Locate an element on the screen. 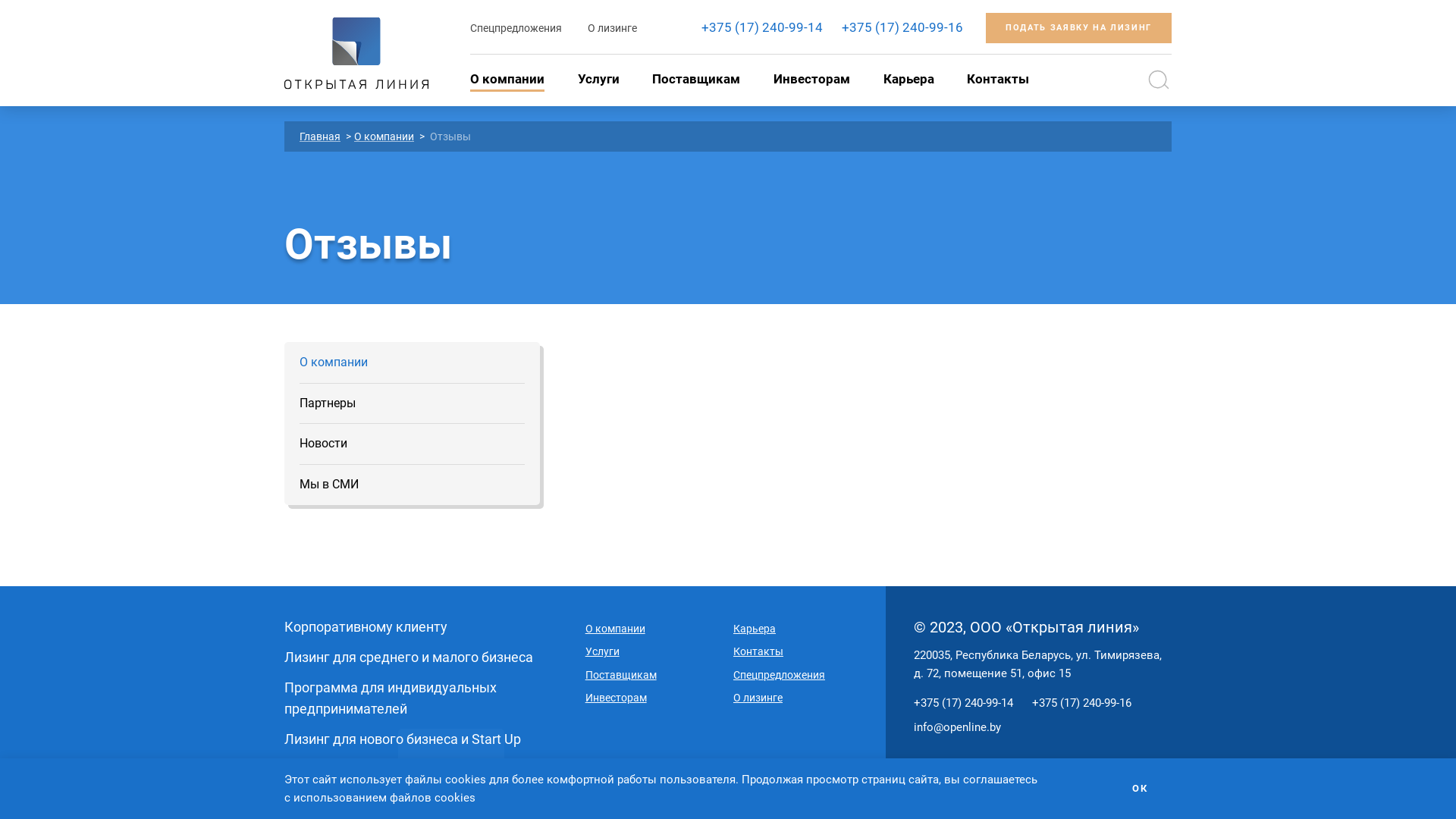 The image size is (1456, 819). '+375 (17) 240-99-14' is located at coordinates (761, 27).